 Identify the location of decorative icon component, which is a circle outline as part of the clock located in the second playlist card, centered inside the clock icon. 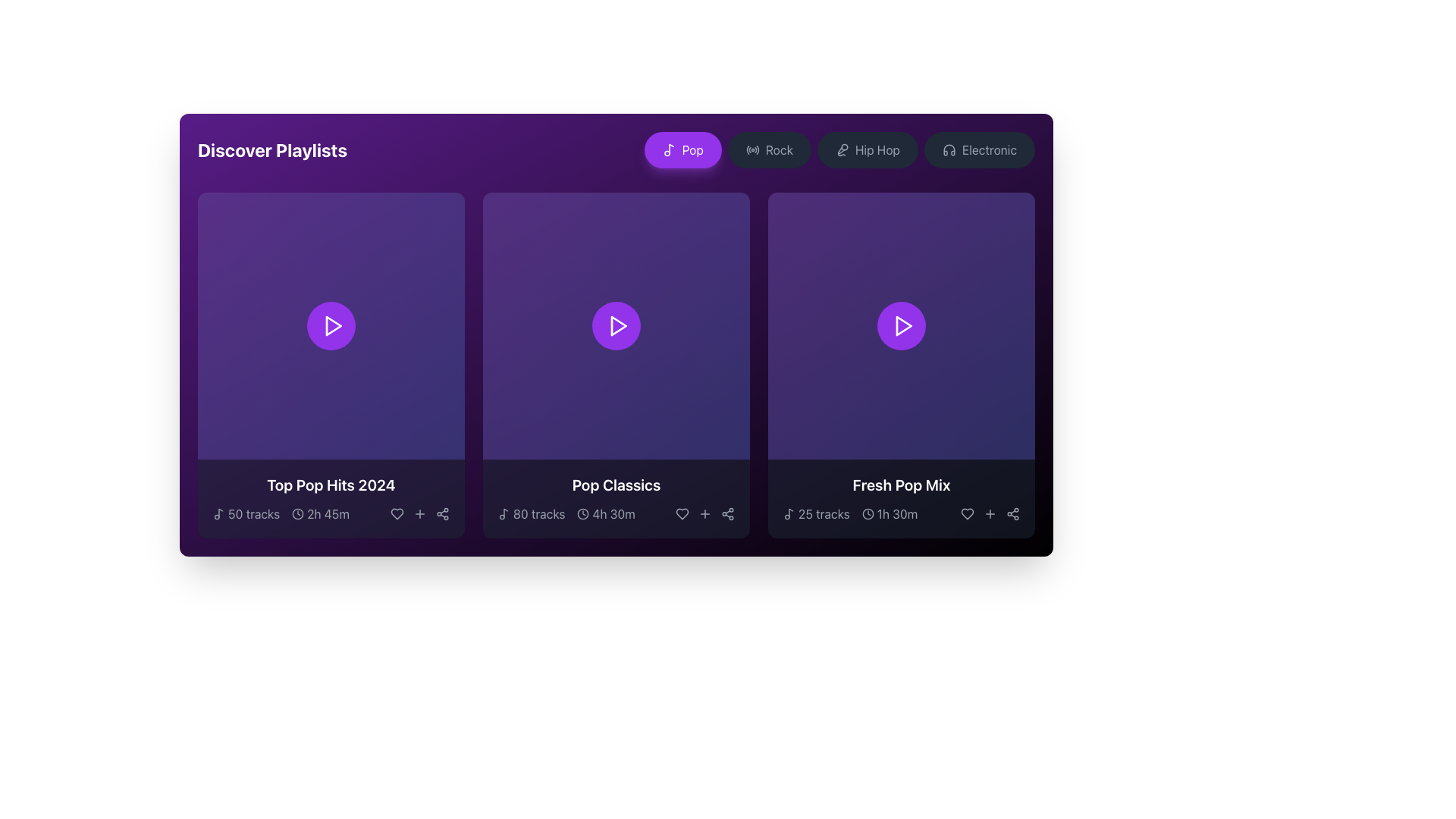
(582, 513).